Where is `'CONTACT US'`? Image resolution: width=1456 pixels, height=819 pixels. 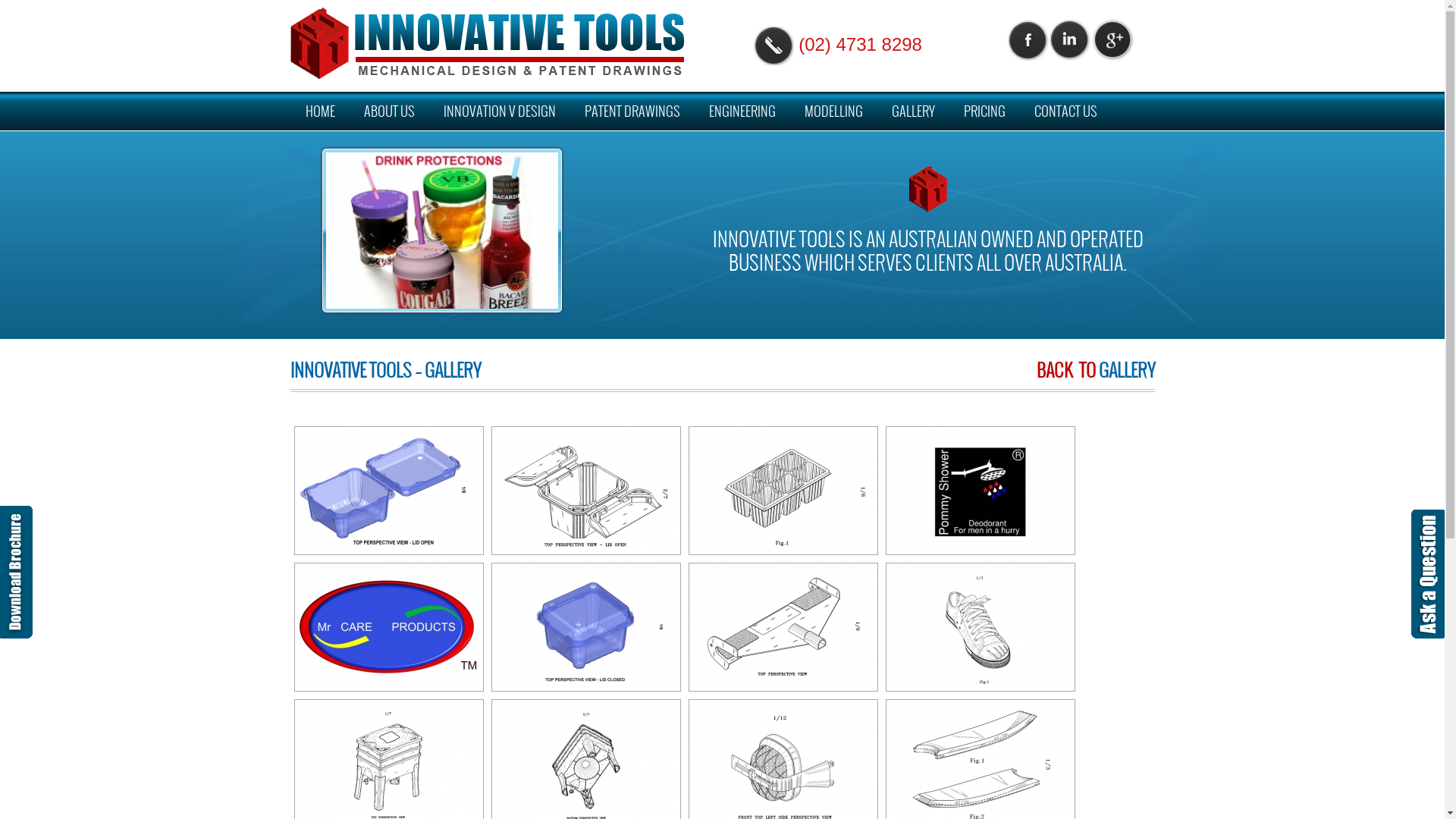
'CONTACT US' is located at coordinates (1065, 110).